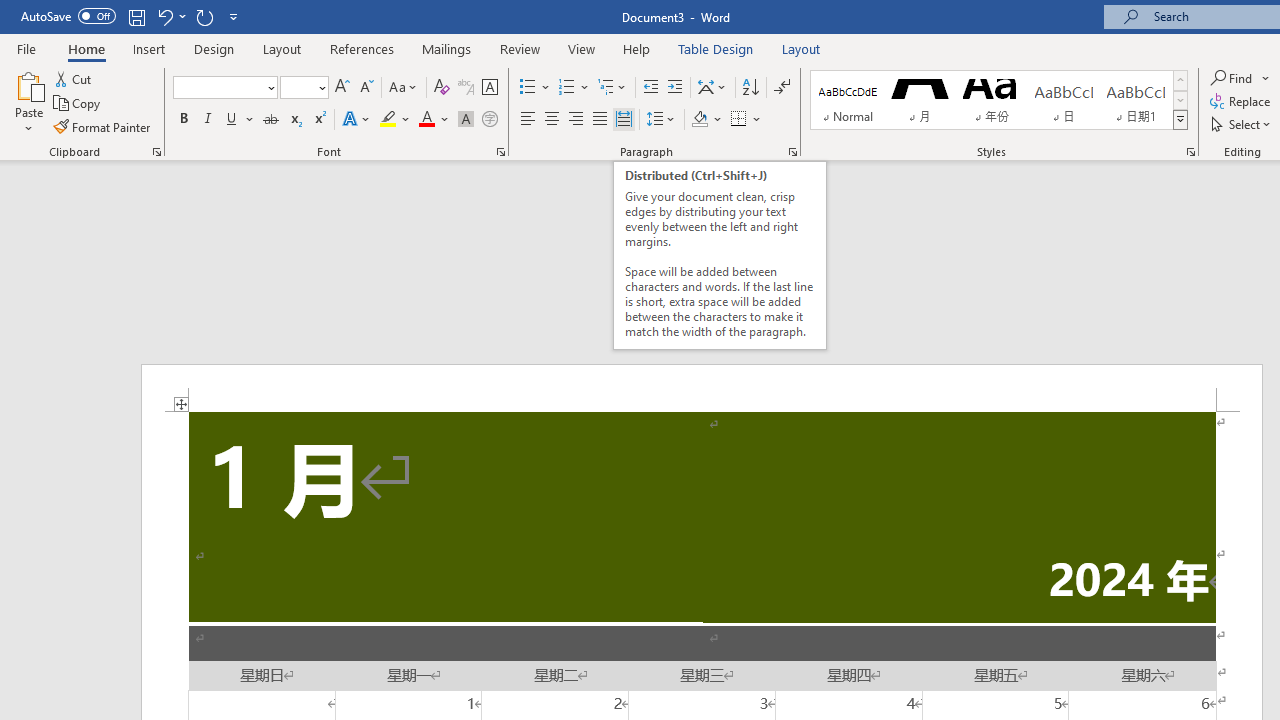  Describe the element at coordinates (164, 16) in the screenshot. I see `'Undo Apply Quick Style'` at that location.